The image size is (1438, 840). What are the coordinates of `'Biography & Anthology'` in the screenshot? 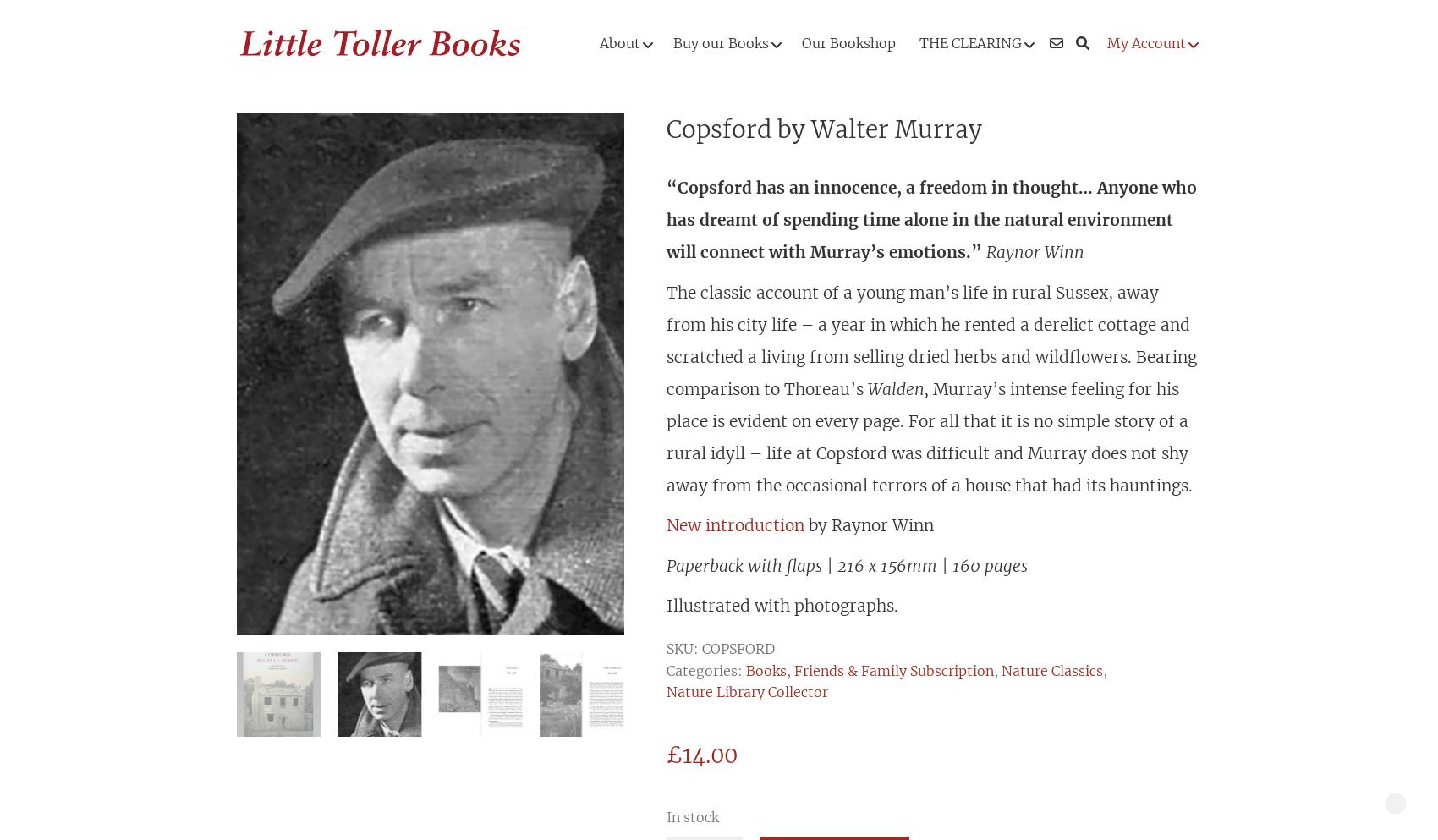 It's located at (725, 259).